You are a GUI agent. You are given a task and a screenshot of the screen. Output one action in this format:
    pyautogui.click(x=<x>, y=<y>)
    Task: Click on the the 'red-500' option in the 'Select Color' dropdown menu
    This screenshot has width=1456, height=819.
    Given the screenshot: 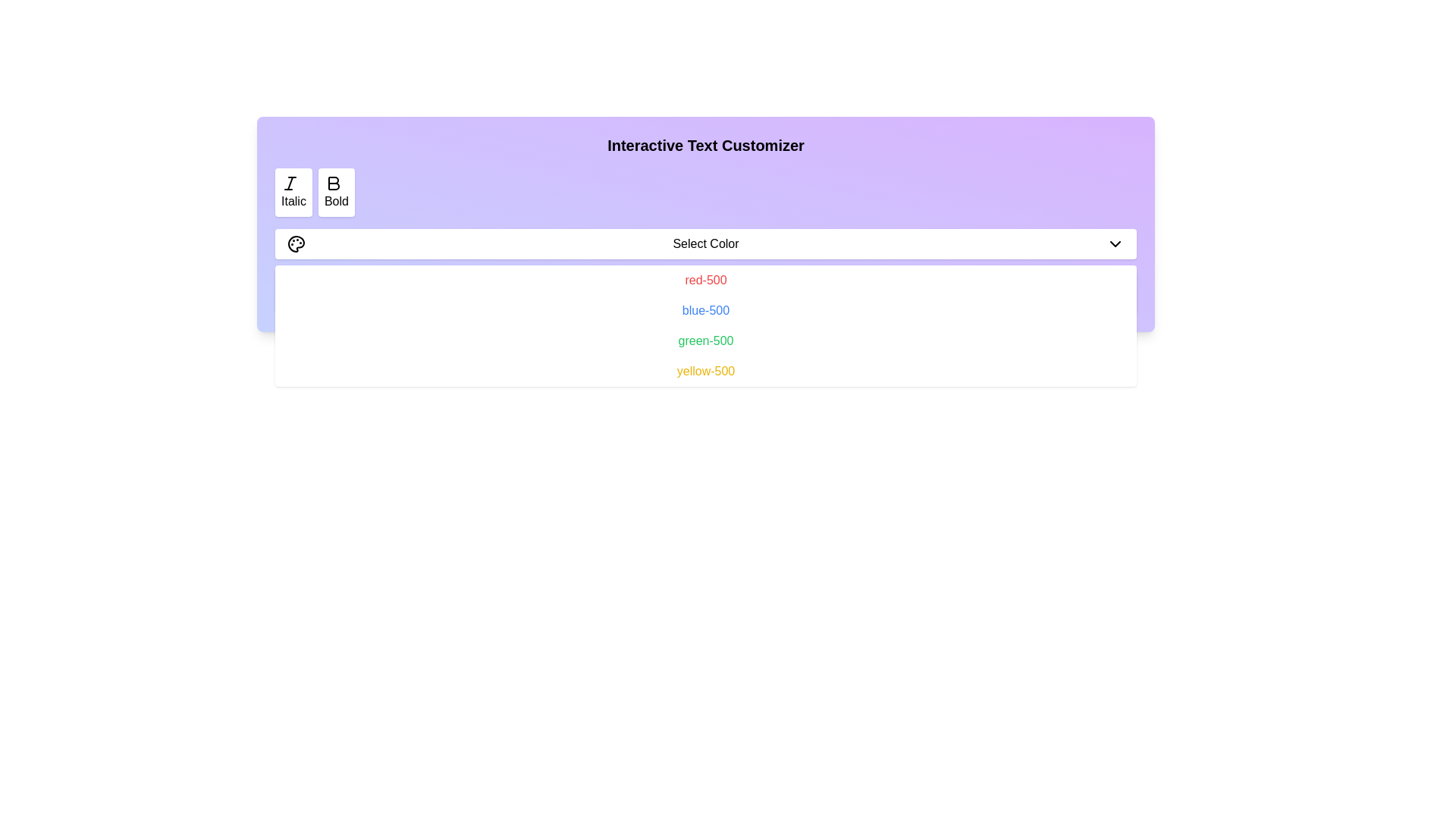 What is the action you would take?
    pyautogui.click(x=705, y=280)
    